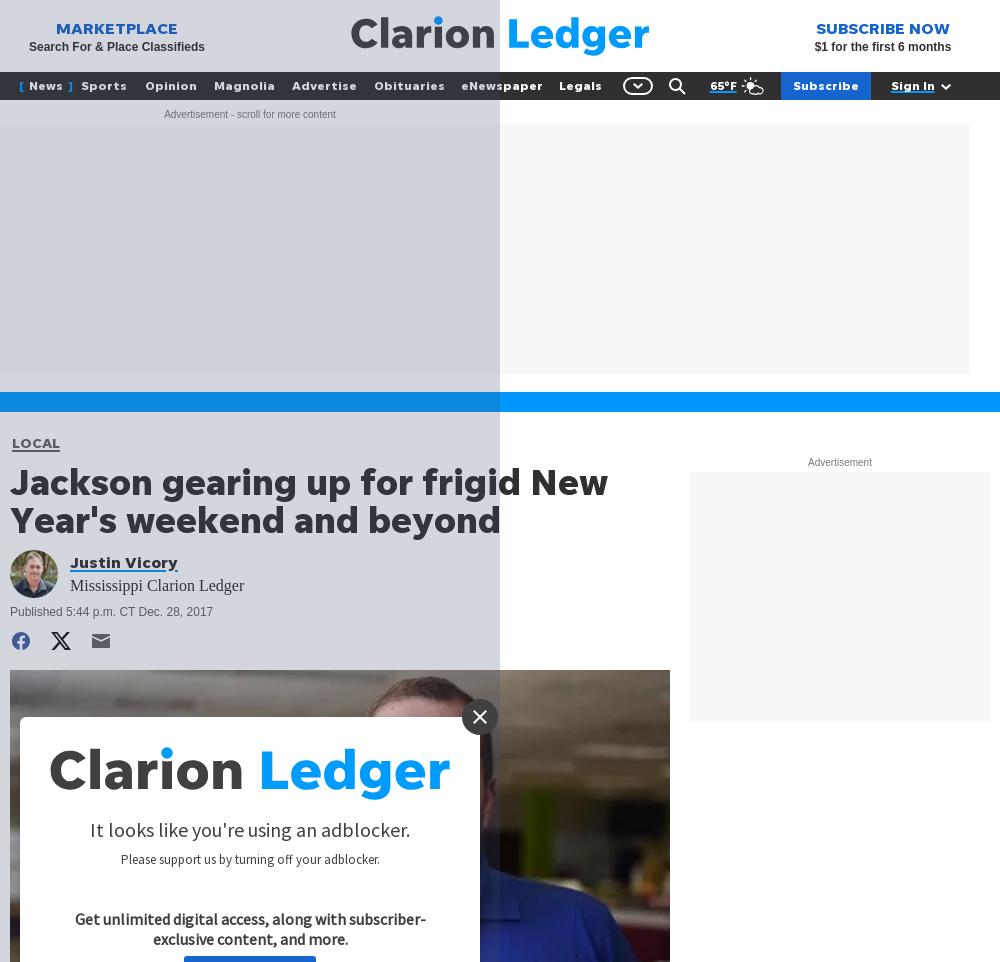 This screenshot has width=1000, height=962. I want to click on 'Please support us by turning off your adblocker.', so click(248, 859).